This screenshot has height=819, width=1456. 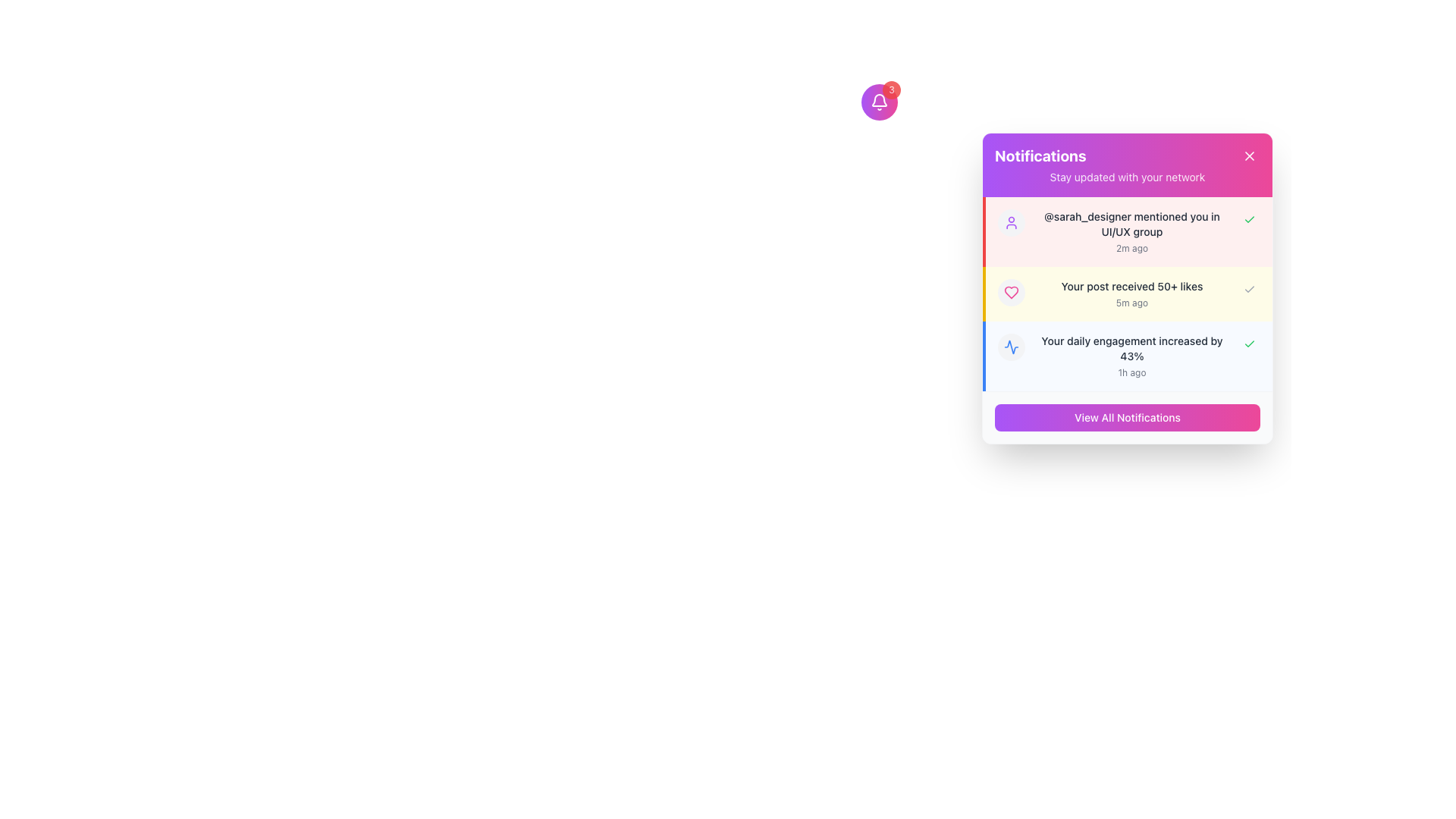 What do you see at coordinates (1012, 292) in the screenshot?
I see `the circular icon with a light gray background and a pink heart-shaped outline, located at the top-left corner of the notification entry that states 'Your post received 50+ likes'` at bounding box center [1012, 292].